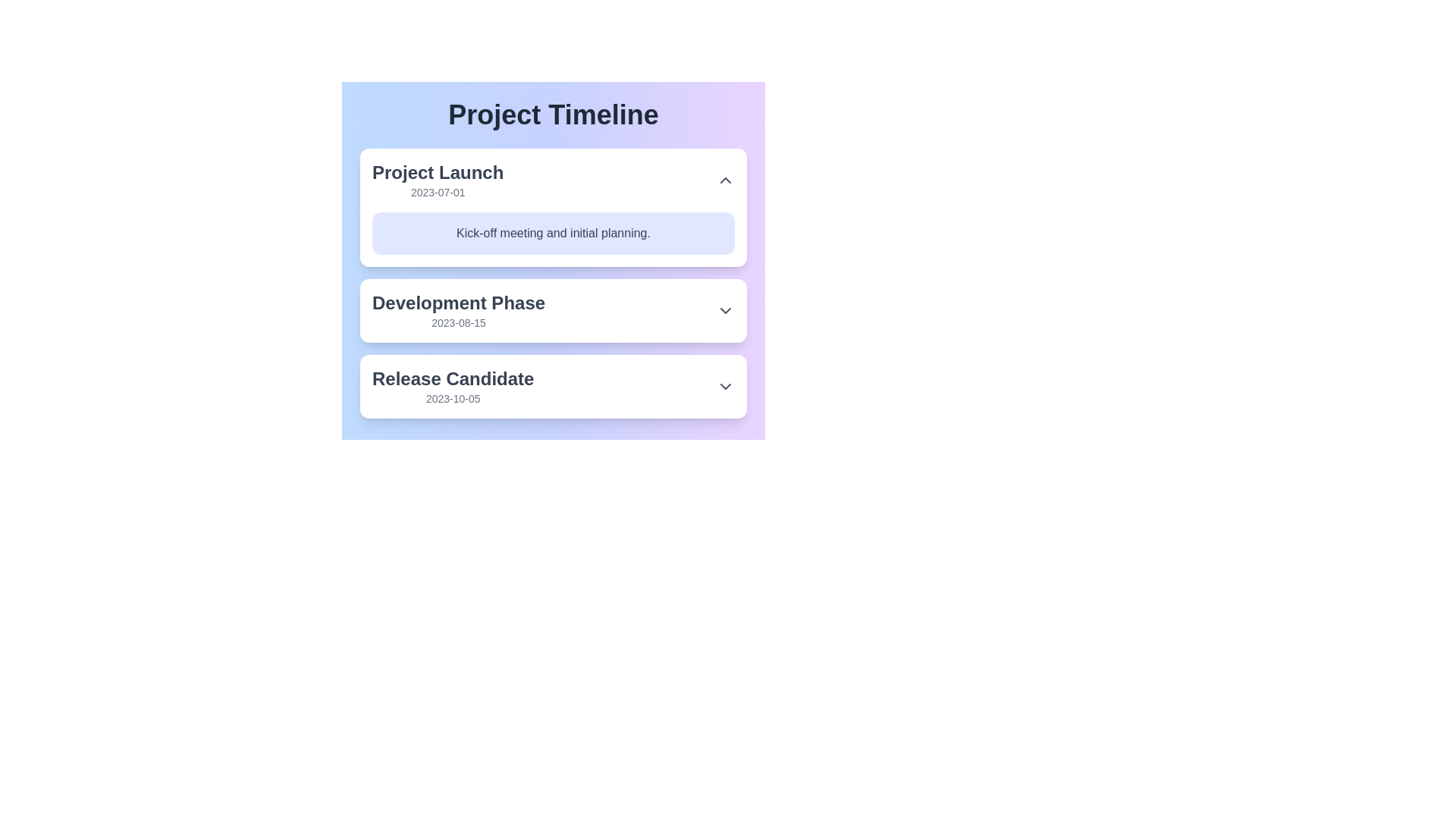 The width and height of the screenshot is (1456, 819). Describe the element at coordinates (452, 378) in the screenshot. I see `the text label indicating the stage 'Release Candidate' in the Project Timeline, located above the date '2023-10-05'` at that location.